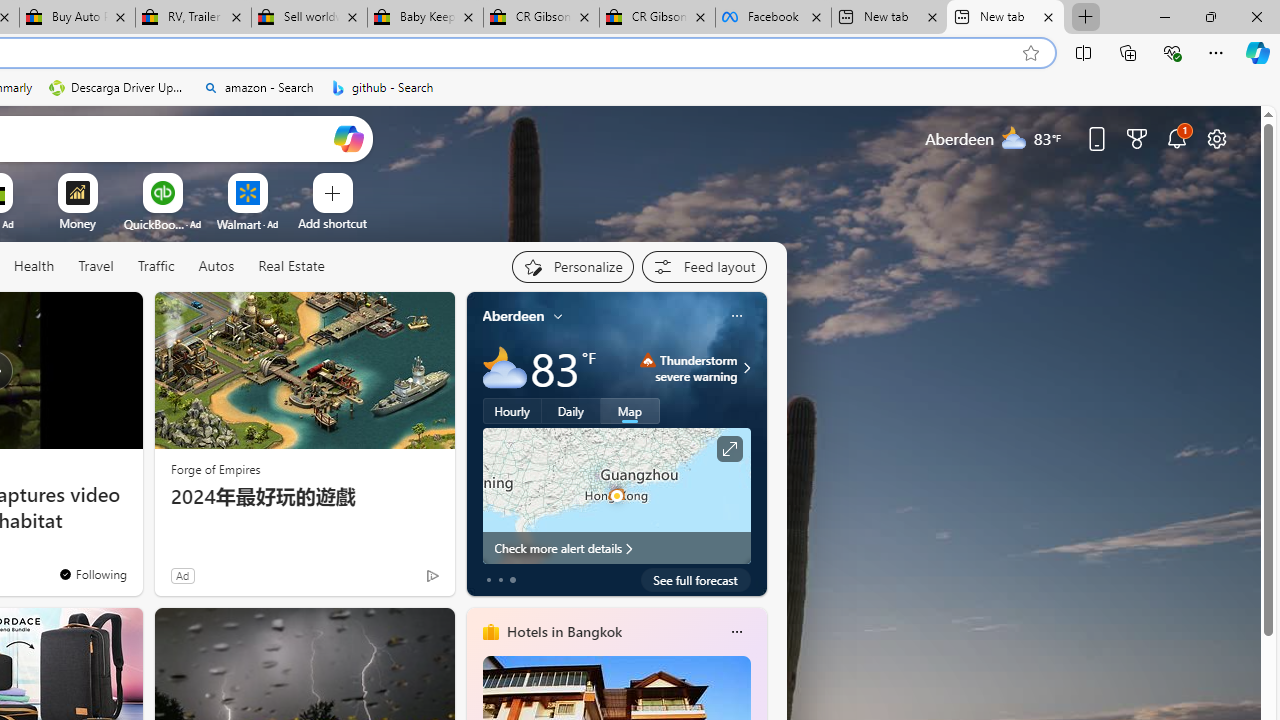 Image resolution: width=1280 pixels, height=720 pixels. What do you see at coordinates (1215, 137) in the screenshot?
I see `'Page settings'` at bounding box center [1215, 137].